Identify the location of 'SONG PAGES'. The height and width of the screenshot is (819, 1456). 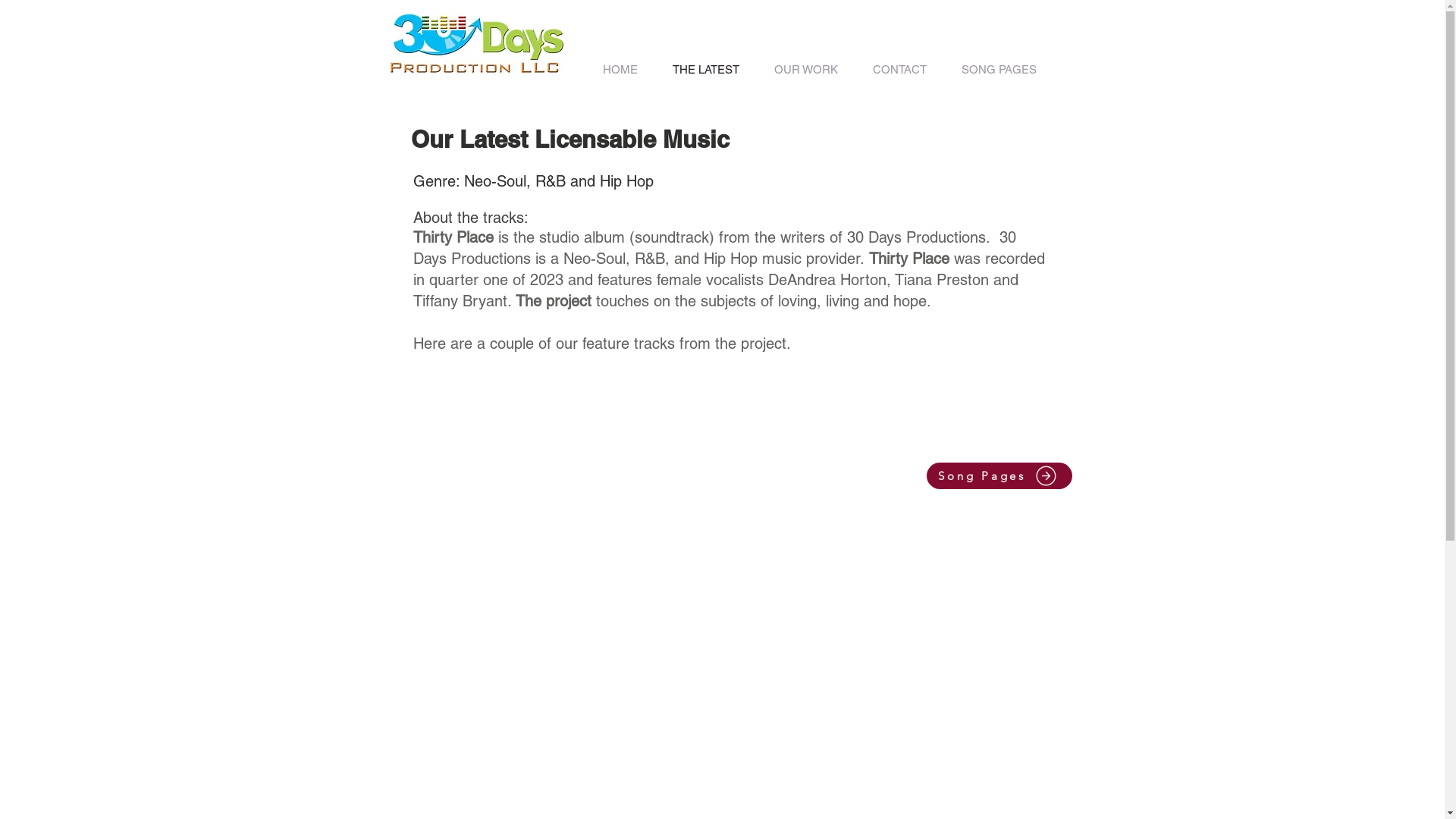
(999, 69).